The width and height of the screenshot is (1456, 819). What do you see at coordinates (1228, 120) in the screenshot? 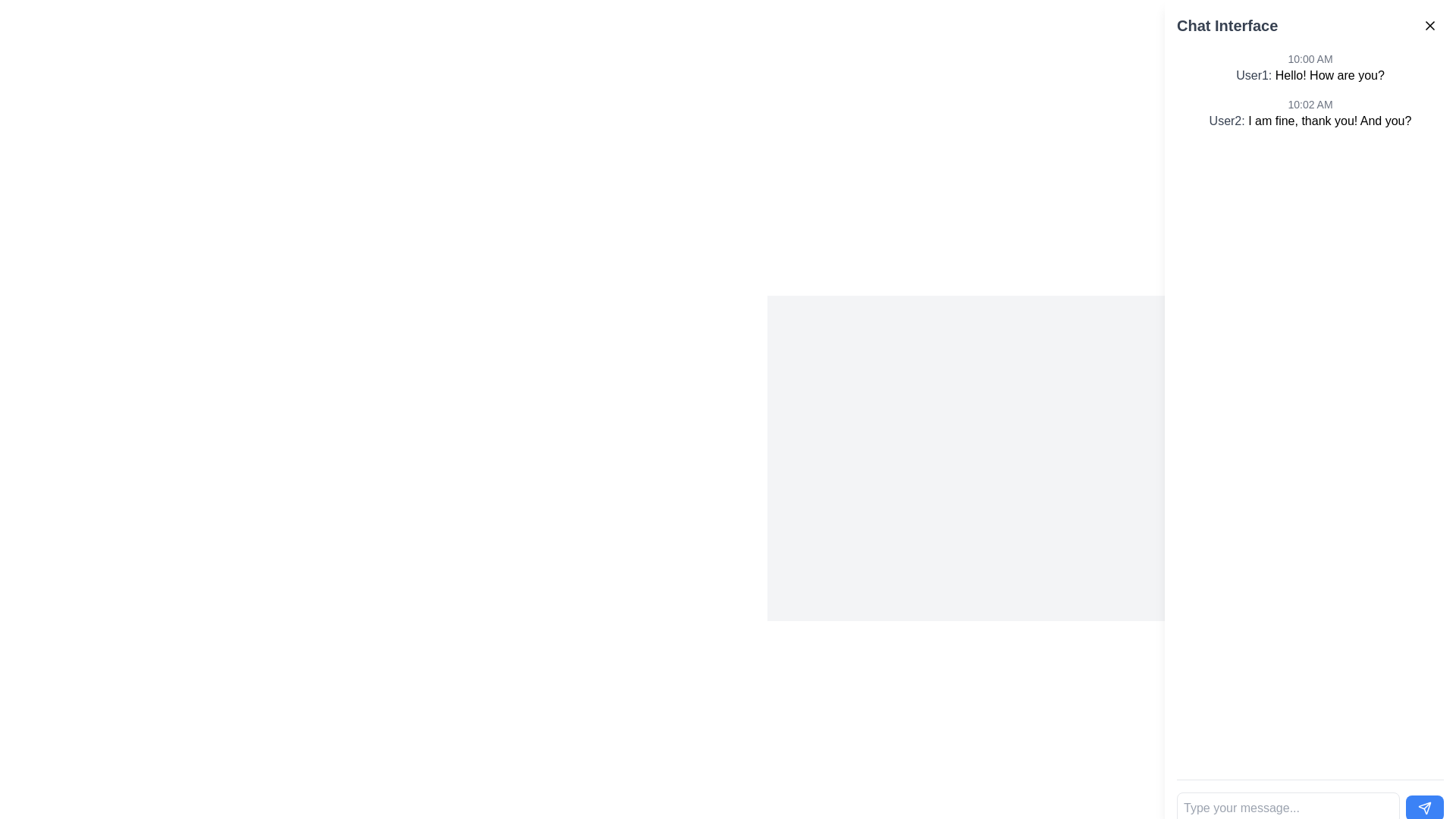
I see `the text label displaying the user identifier 'User2:' in the chat interface` at bounding box center [1228, 120].